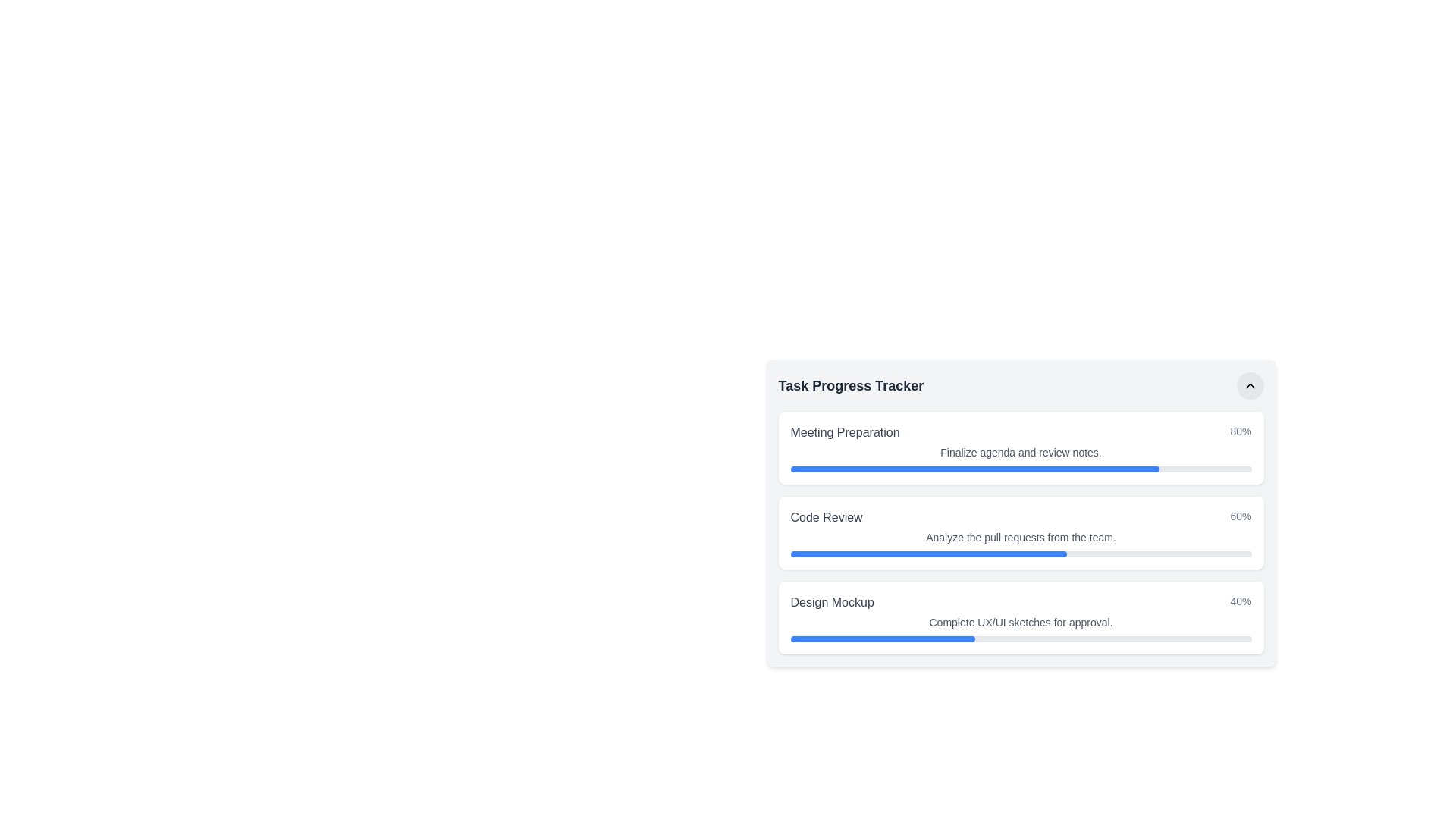  What do you see at coordinates (825, 516) in the screenshot?
I see `the static text label 'Code Review' located in the second task item of the 'Task Progress Tracker', aligned with the percentage indicator '60%'` at bounding box center [825, 516].